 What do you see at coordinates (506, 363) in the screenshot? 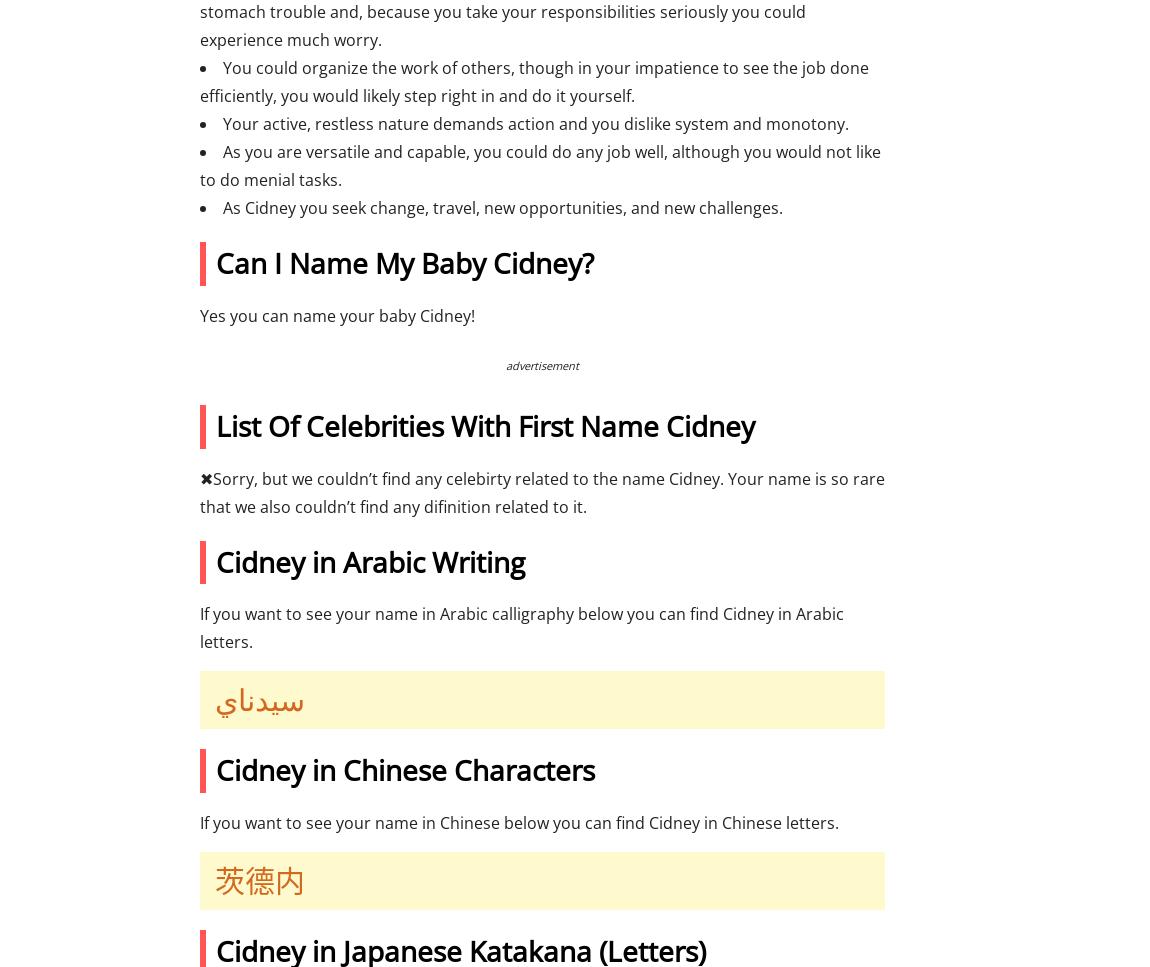
I see `'advertisement'` at bounding box center [506, 363].